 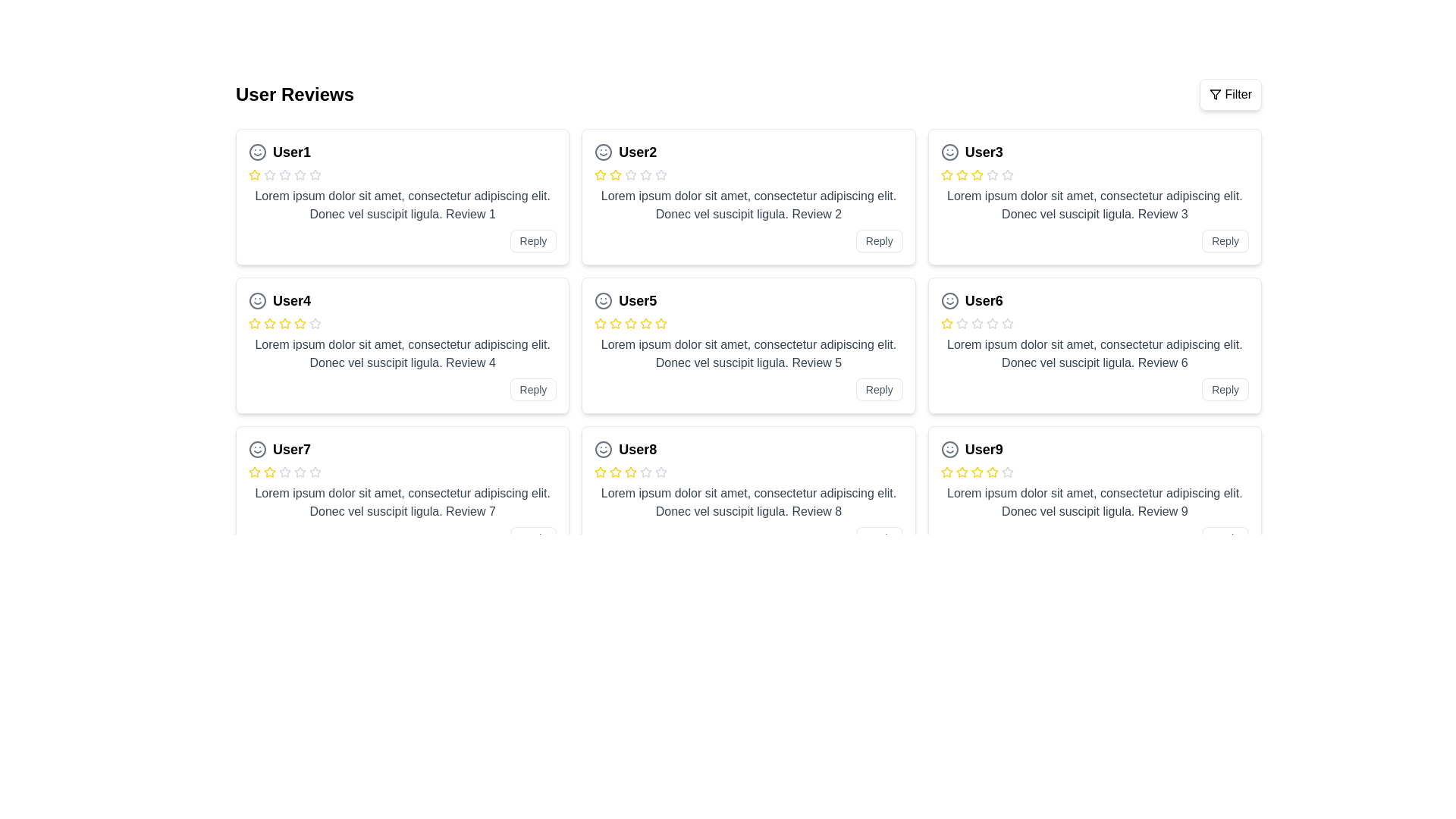 I want to click on the sixth star icon in the rating section of User7's review card, so click(x=300, y=472).